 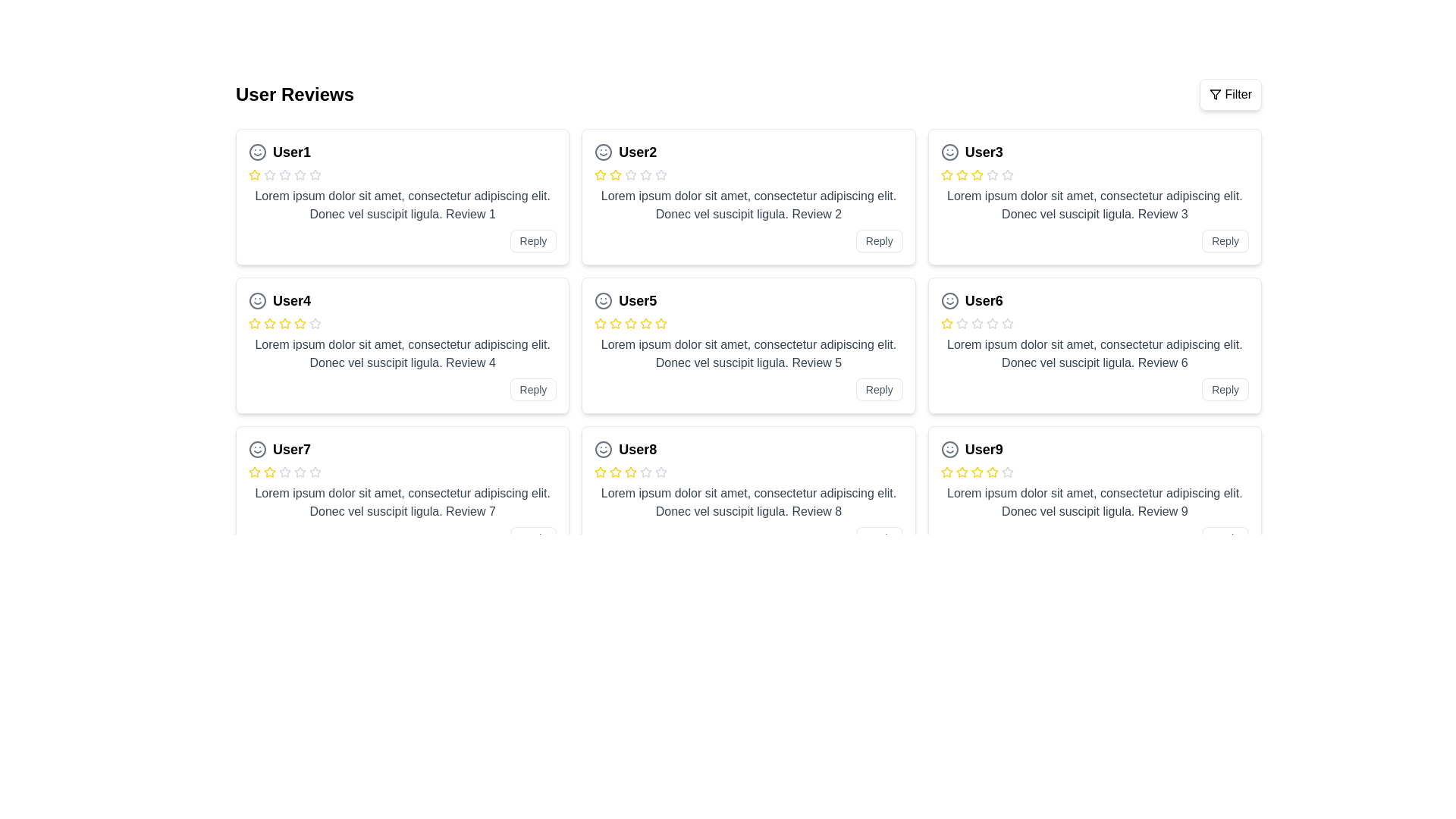 I want to click on the sixth star icon in the rating section of User7's review card, so click(x=300, y=472).